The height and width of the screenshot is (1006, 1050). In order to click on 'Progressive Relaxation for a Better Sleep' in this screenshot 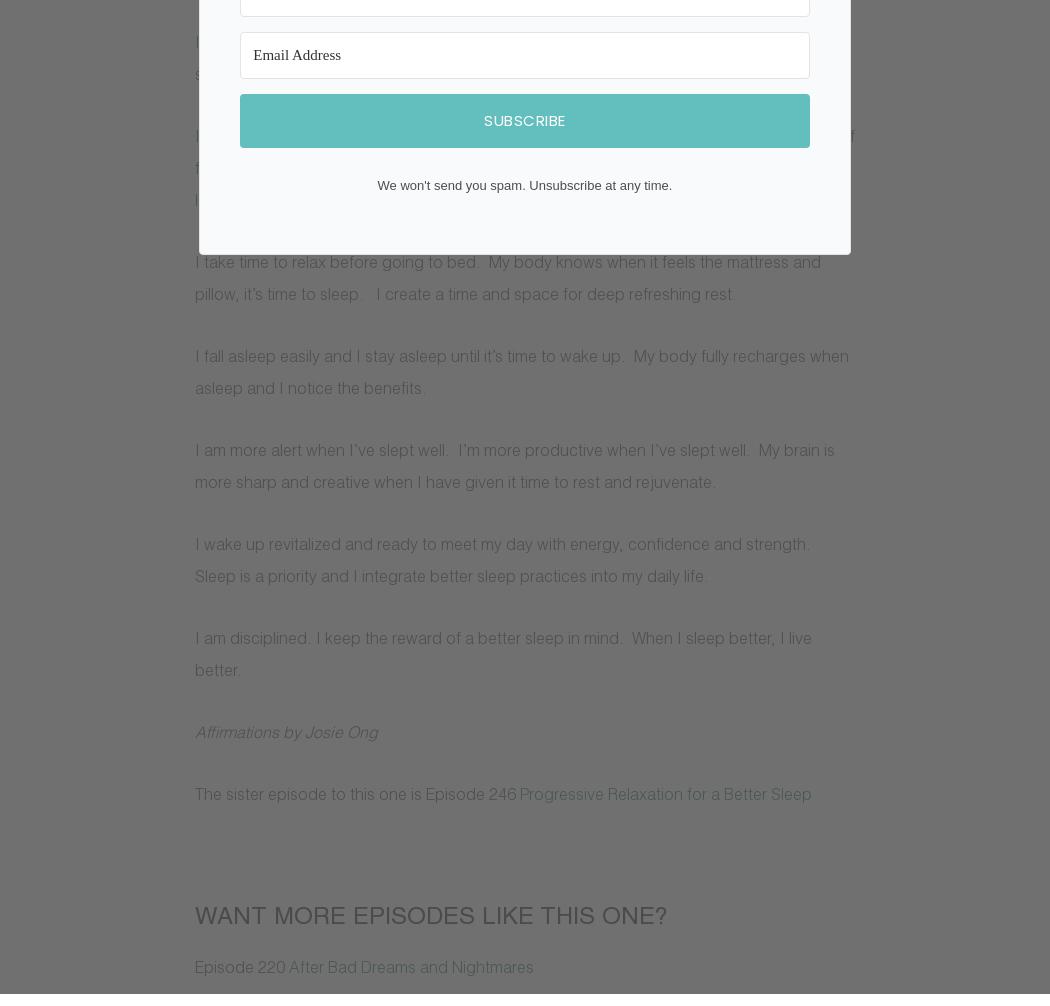, I will do `click(665, 795)`.